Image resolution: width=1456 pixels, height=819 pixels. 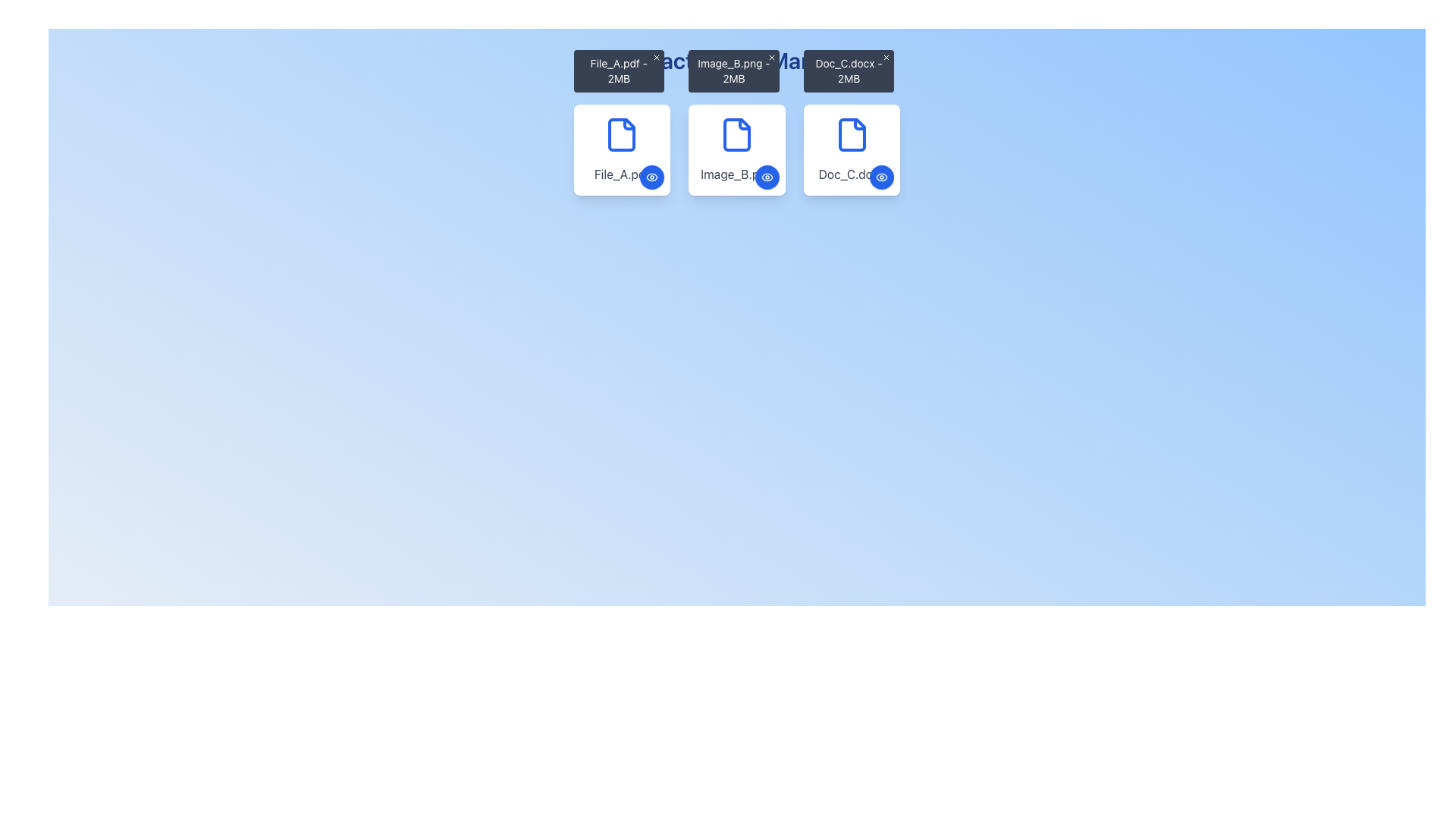 What do you see at coordinates (736, 133) in the screenshot?
I see `the icon representing the file 'Image_B.png', which is located within a white, rounded rectangle card` at bounding box center [736, 133].